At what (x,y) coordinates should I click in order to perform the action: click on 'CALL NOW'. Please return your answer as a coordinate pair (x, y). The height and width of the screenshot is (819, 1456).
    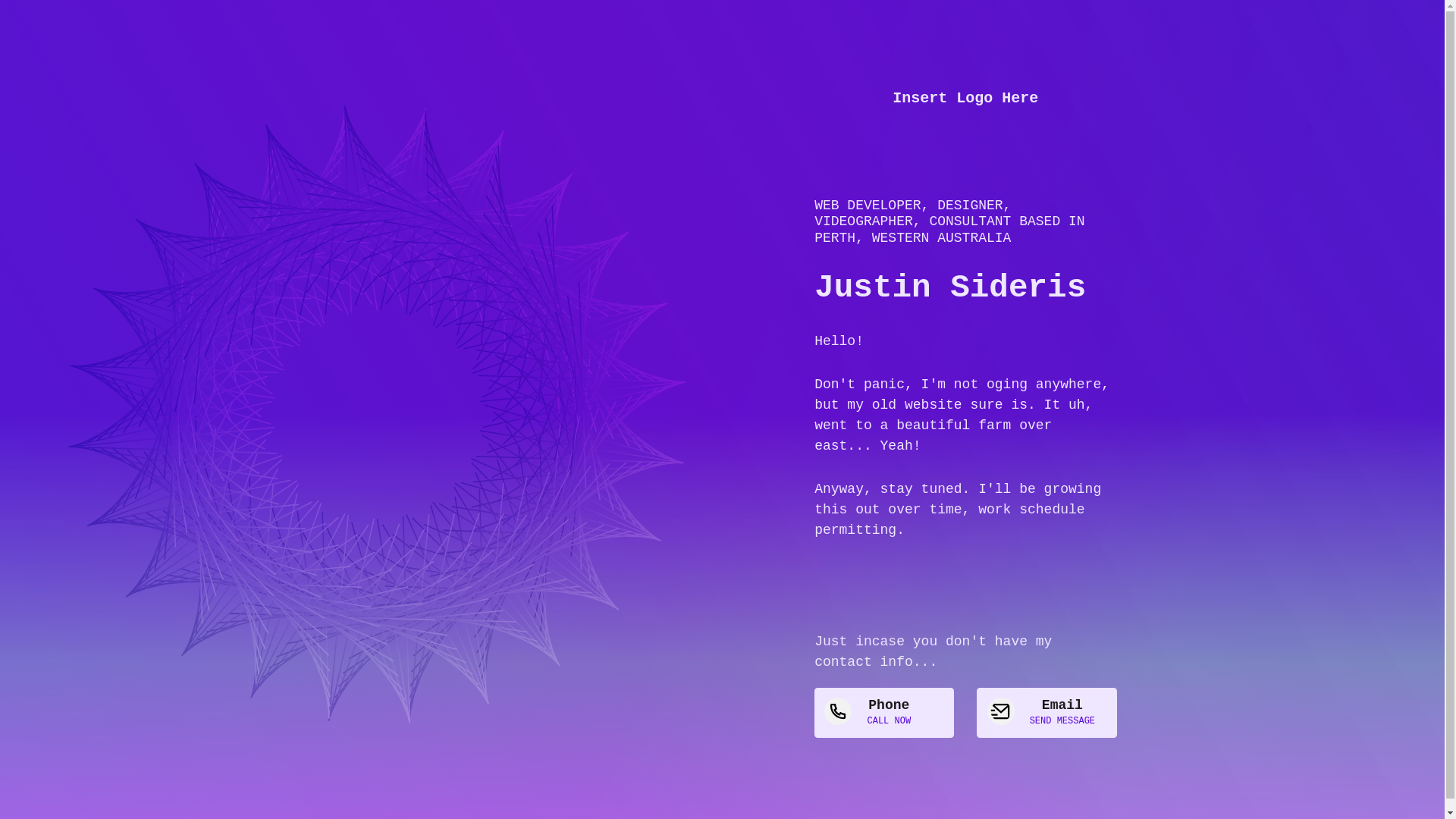
    Looking at the image, I should click on (888, 720).